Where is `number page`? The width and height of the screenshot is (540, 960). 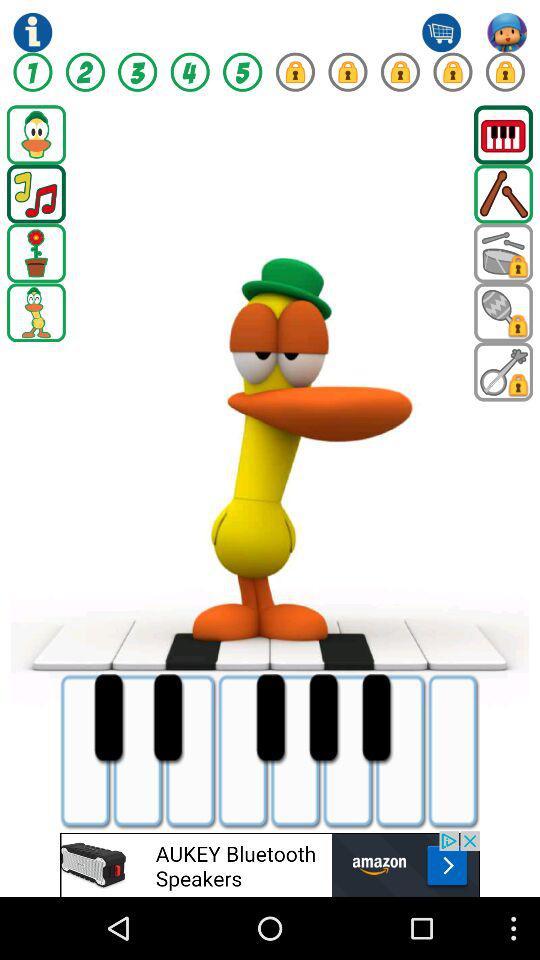 number page is located at coordinates (346, 72).